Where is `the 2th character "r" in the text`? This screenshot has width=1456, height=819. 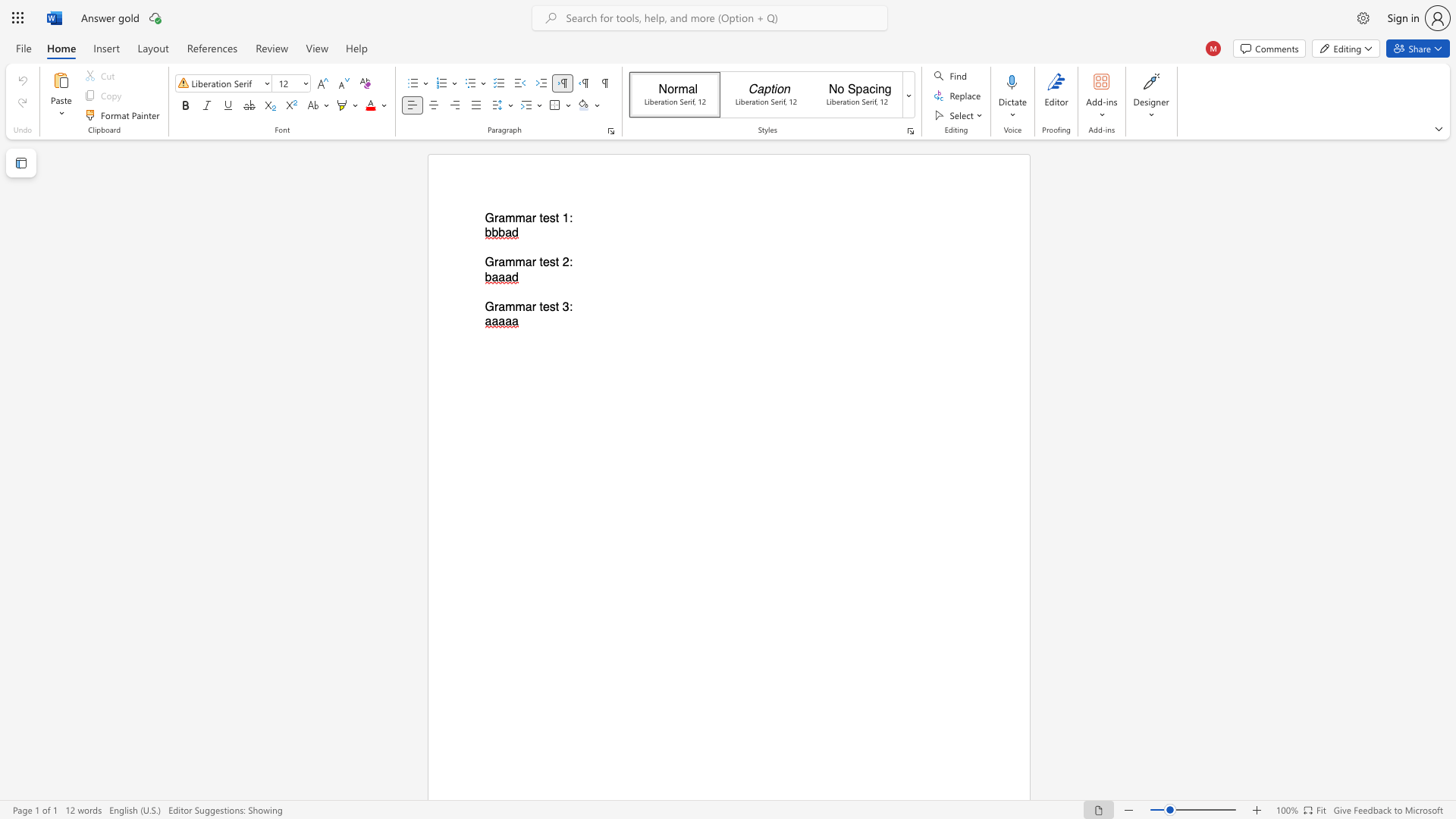
the 2th character "r" in the text is located at coordinates (534, 262).